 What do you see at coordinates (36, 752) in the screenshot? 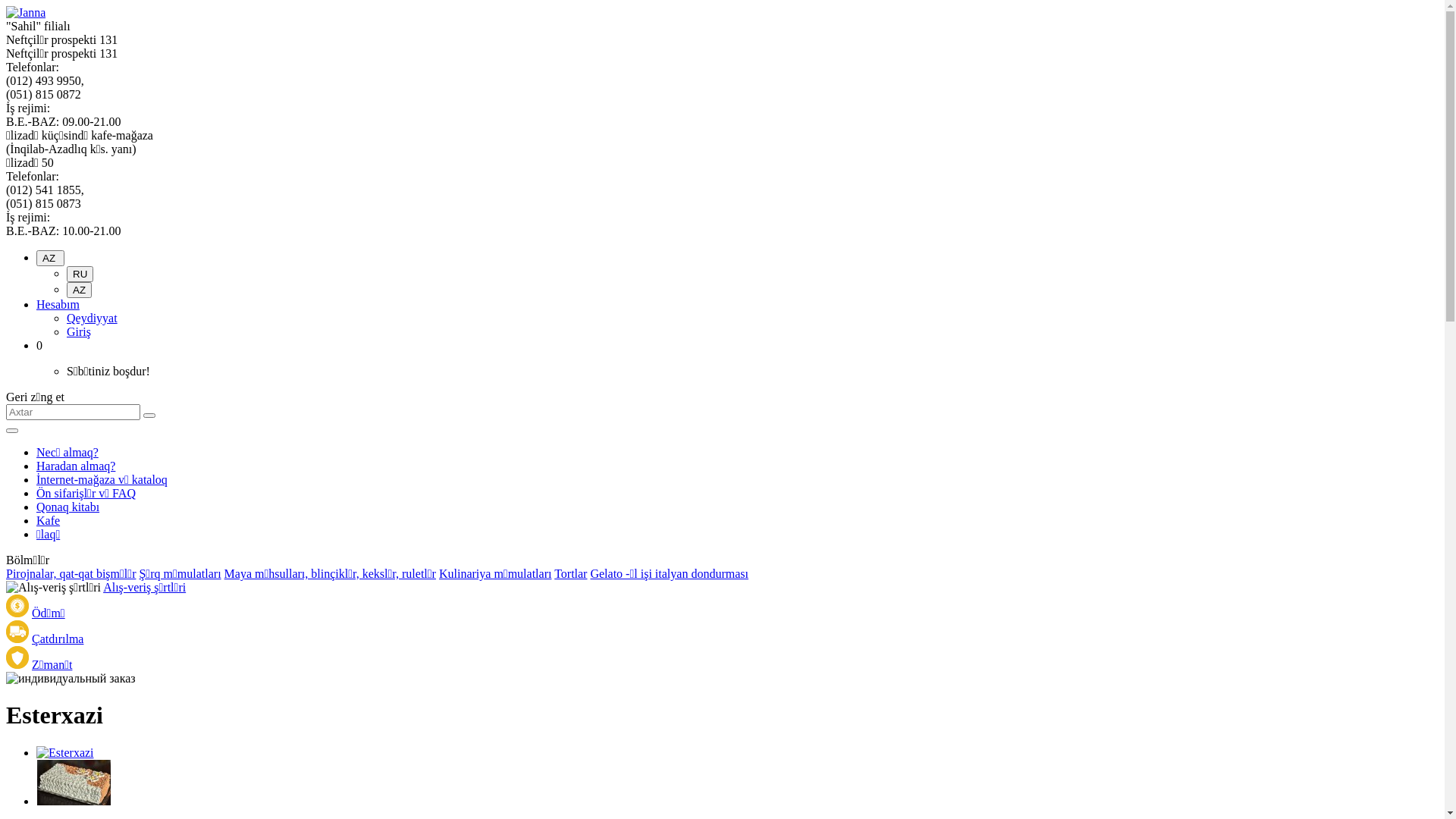
I see `'Esterxazi'` at bounding box center [36, 752].